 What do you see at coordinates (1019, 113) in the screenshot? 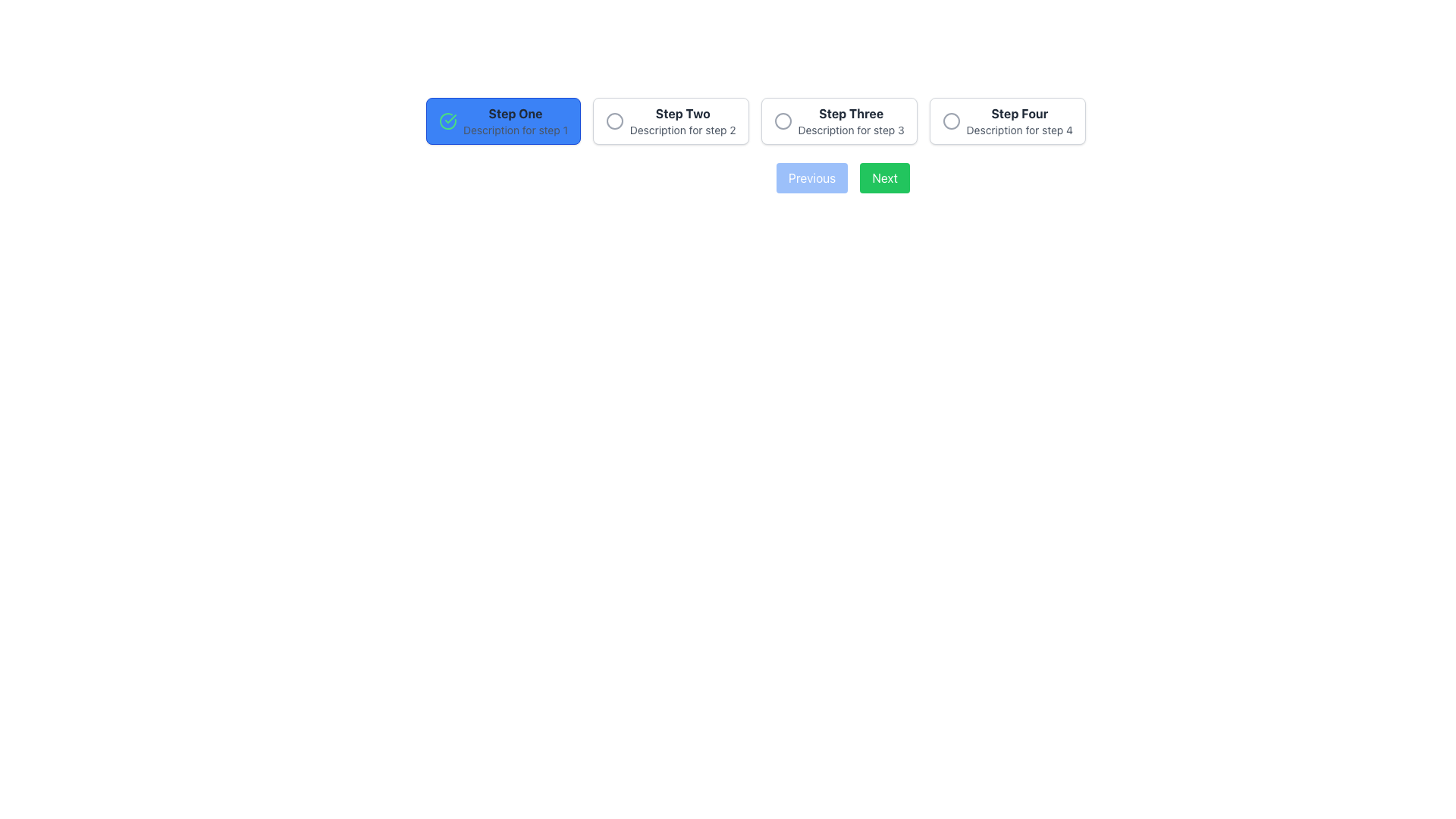
I see `the bold text label displaying 'Step Four' in dark gray, which is the fourth step in a row of labeled steps, located above the descriptive text 'Description for step 4'` at bounding box center [1019, 113].